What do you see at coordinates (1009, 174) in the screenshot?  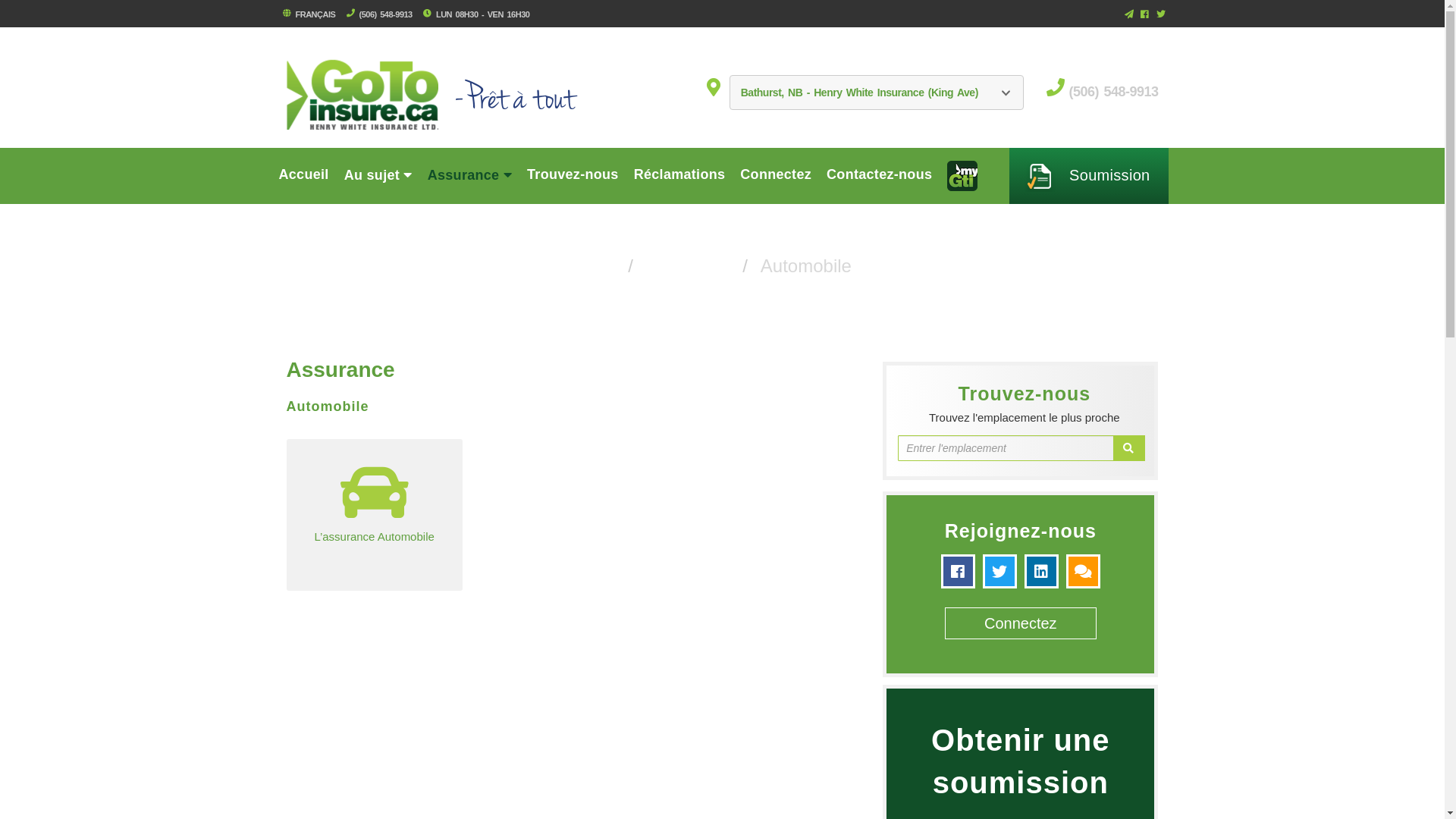 I see `'  Soumission'` at bounding box center [1009, 174].